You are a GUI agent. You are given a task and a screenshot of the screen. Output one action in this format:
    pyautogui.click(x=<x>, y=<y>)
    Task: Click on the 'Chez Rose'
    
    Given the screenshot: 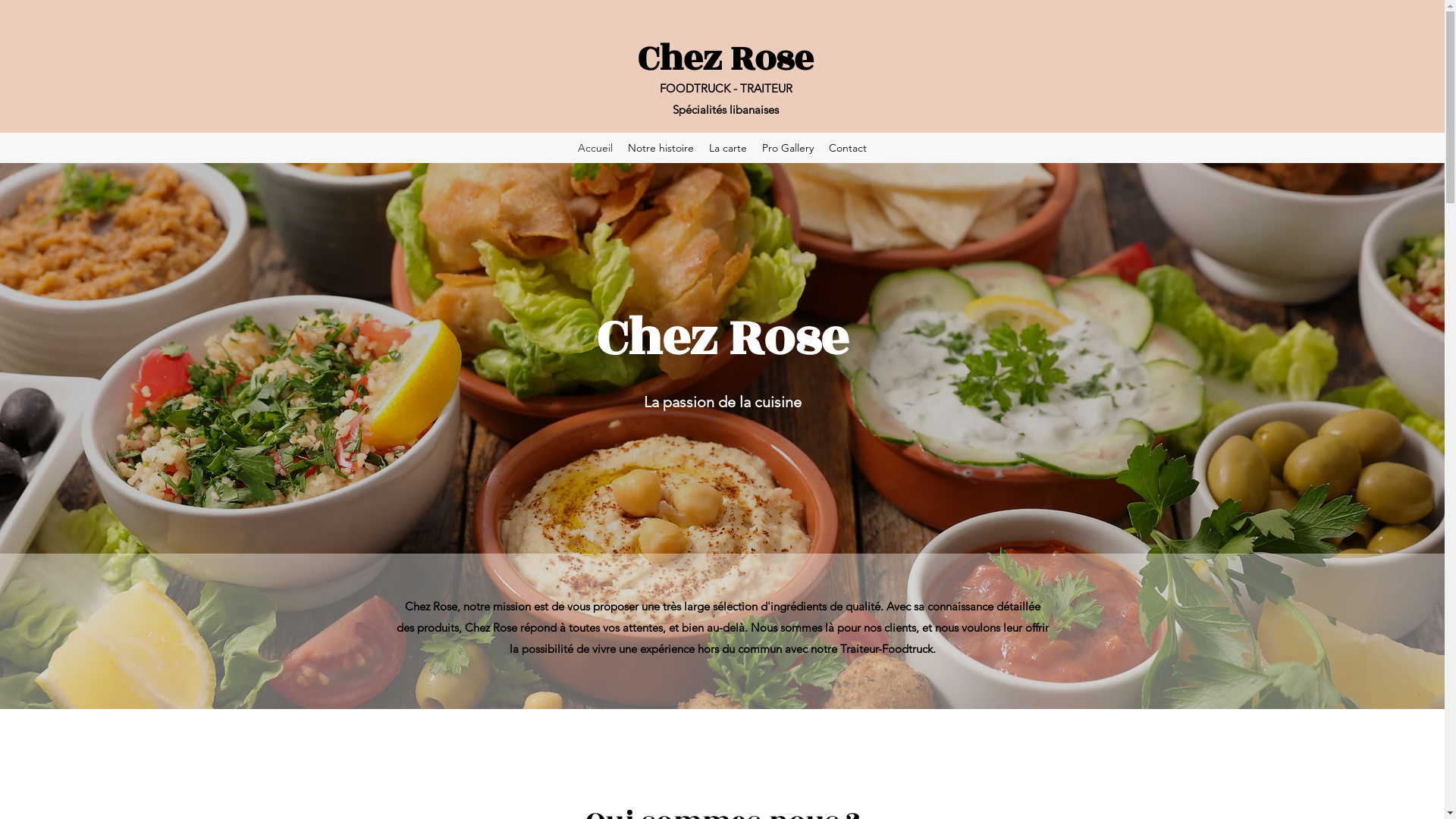 What is the action you would take?
    pyautogui.click(x=724, y=58)
    